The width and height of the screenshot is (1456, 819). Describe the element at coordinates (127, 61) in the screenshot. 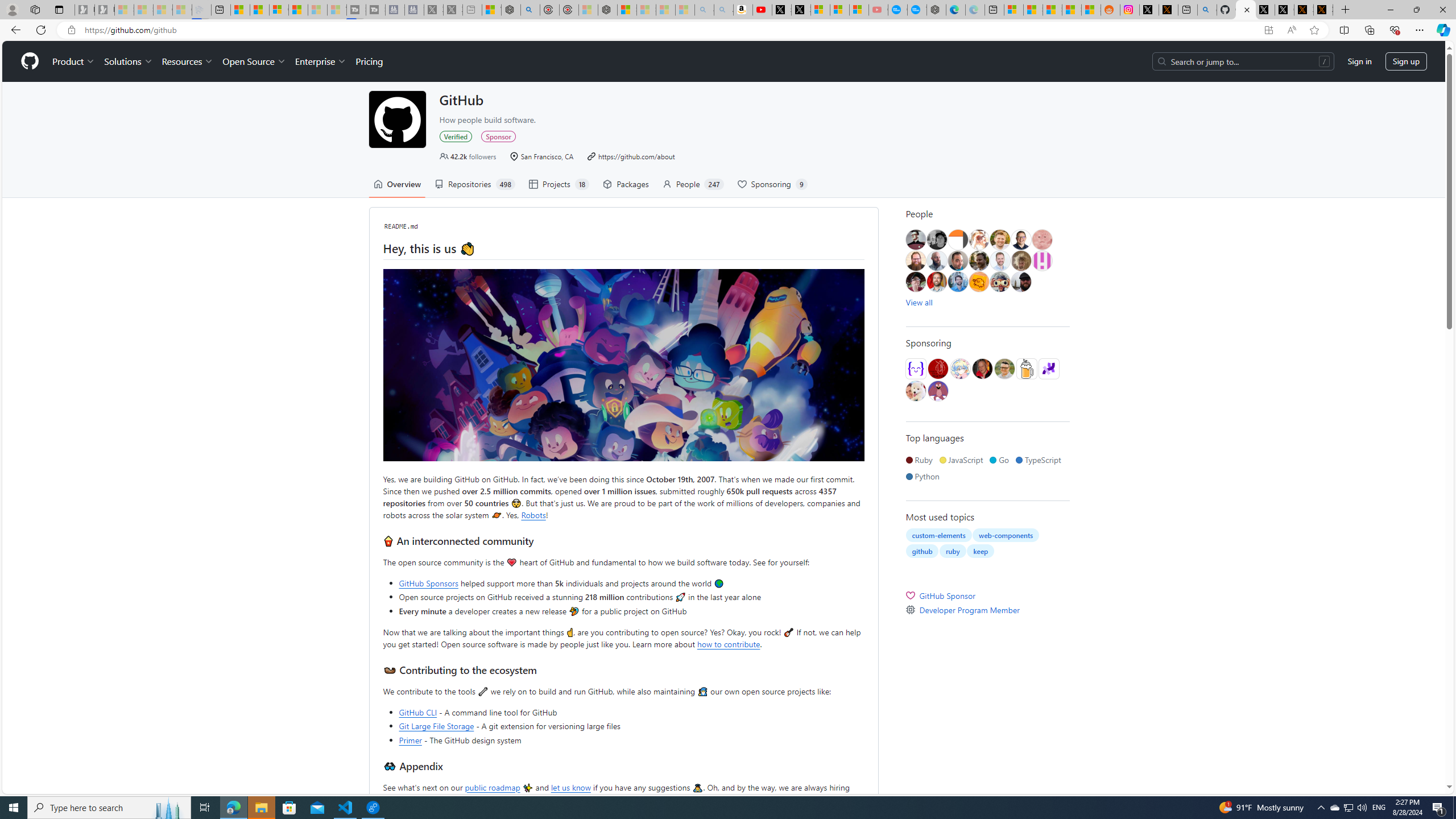

I see `'Solutions'` at that location.